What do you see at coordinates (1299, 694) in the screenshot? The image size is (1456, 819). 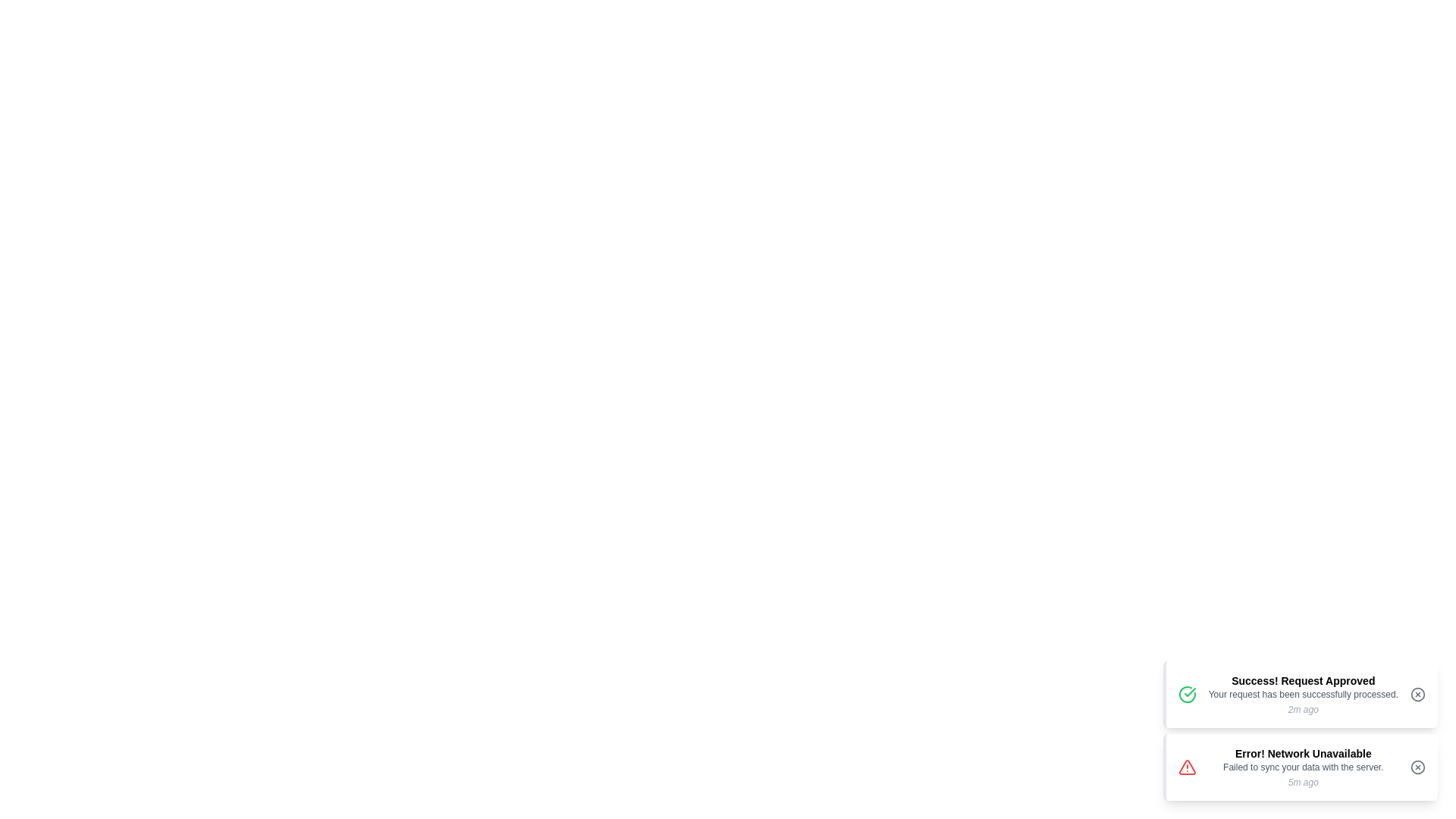 I see `the snackbar to view details` at bounding box center [1299, 694].